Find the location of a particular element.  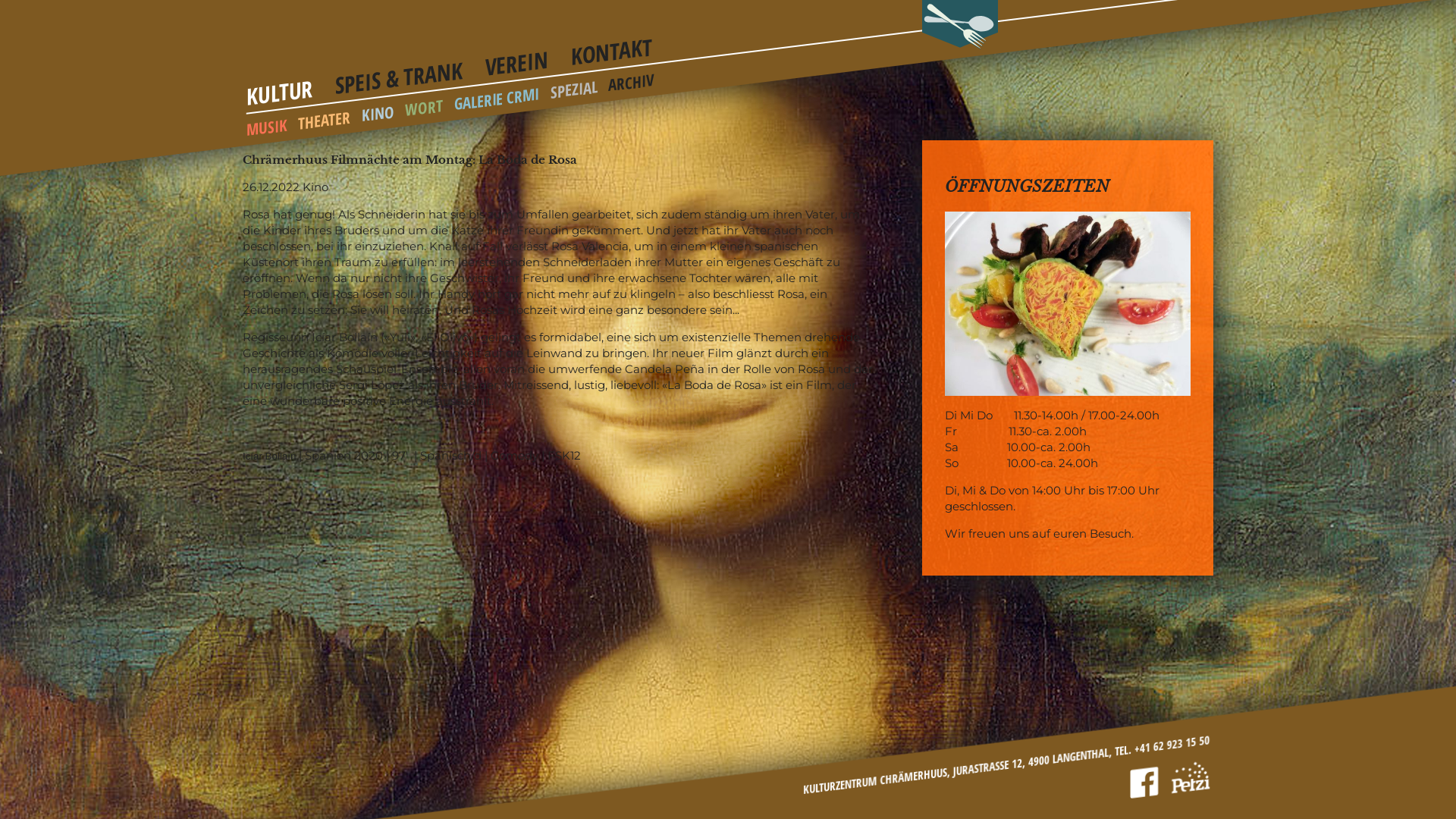

'WORT' is located at coordinates (423, 105).